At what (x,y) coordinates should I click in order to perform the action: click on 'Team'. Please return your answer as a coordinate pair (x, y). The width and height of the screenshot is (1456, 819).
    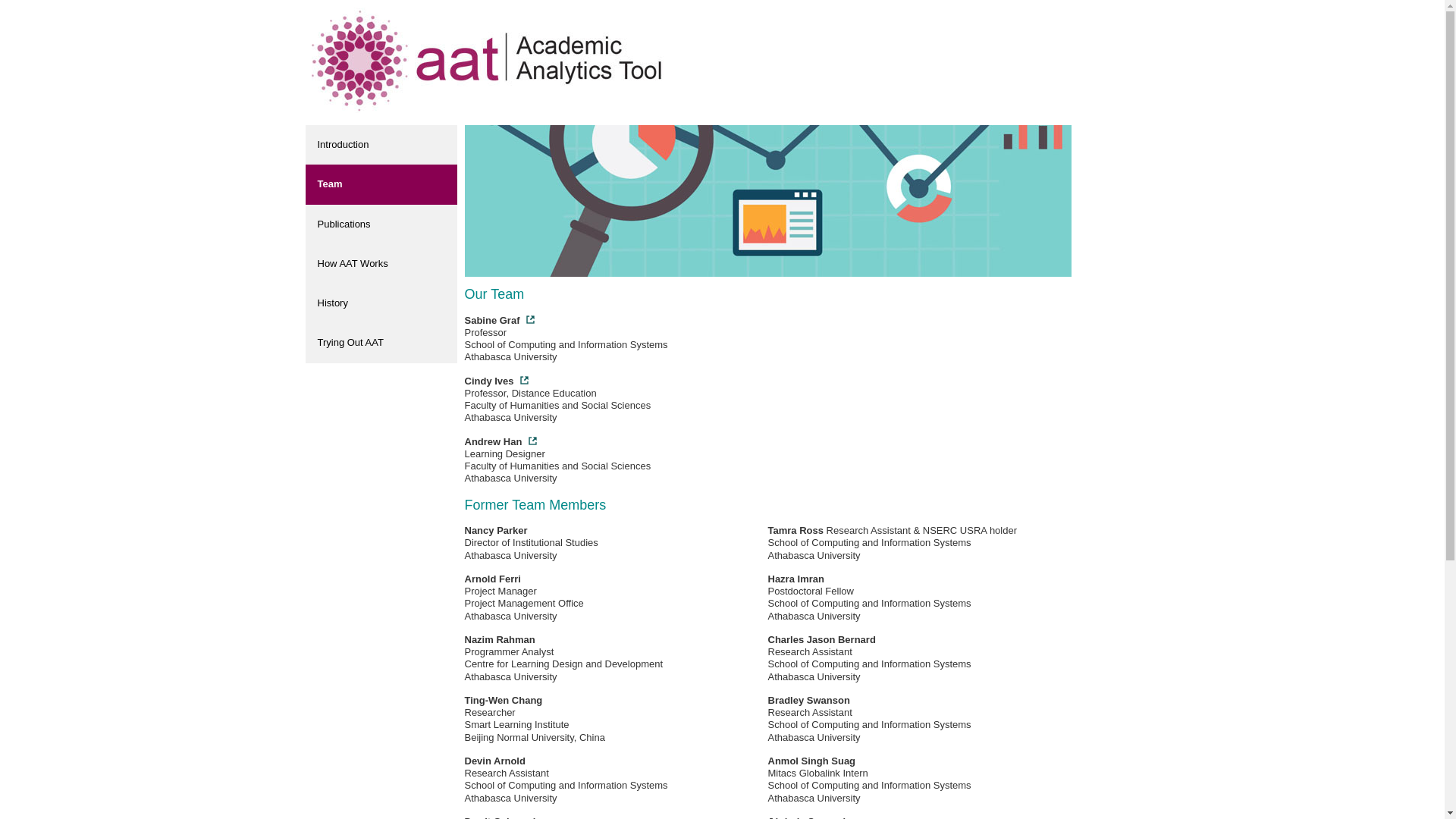
    Looking at the image, I should click on (381, 184).